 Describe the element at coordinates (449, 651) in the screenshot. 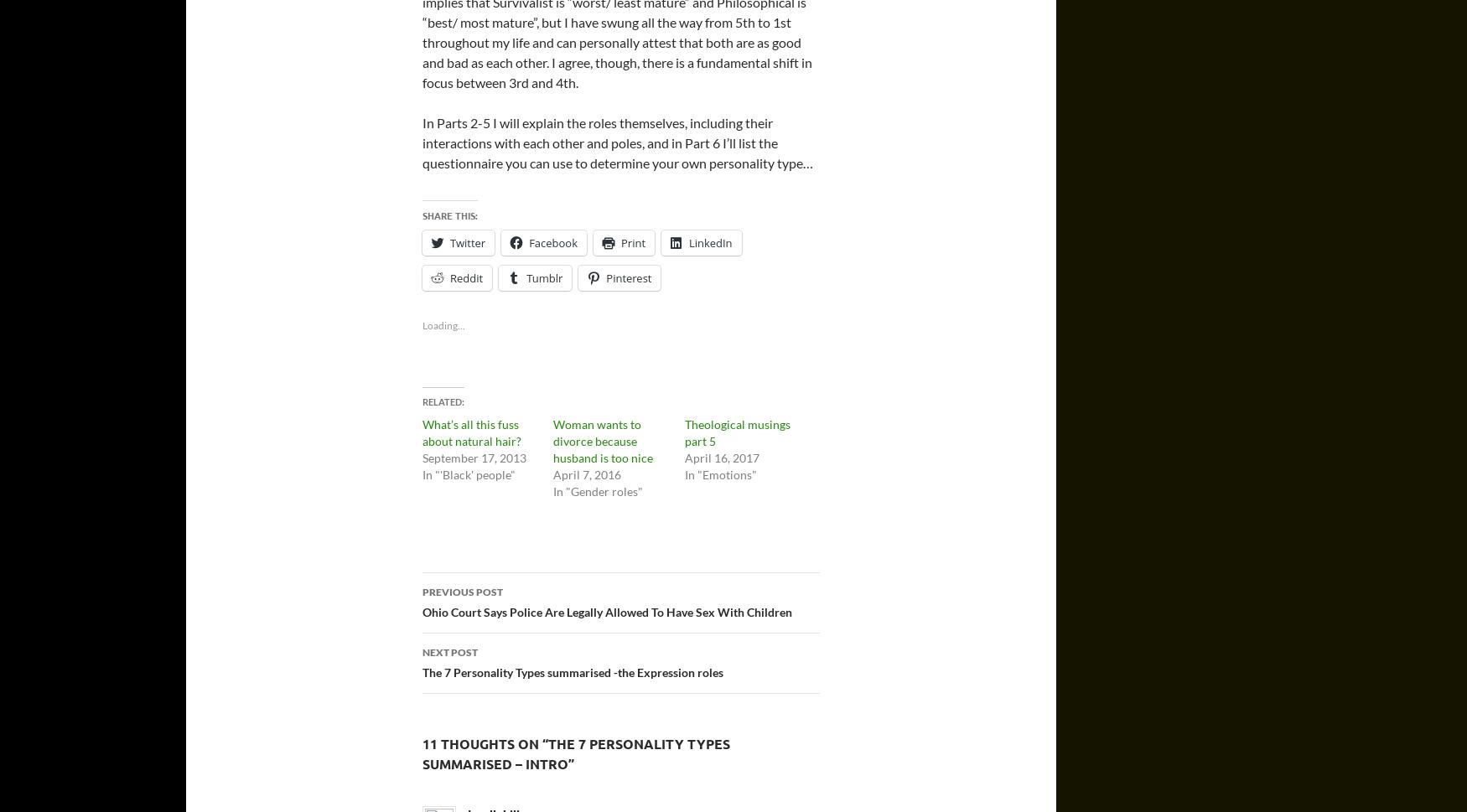

I see `'Next Post'` at that location.